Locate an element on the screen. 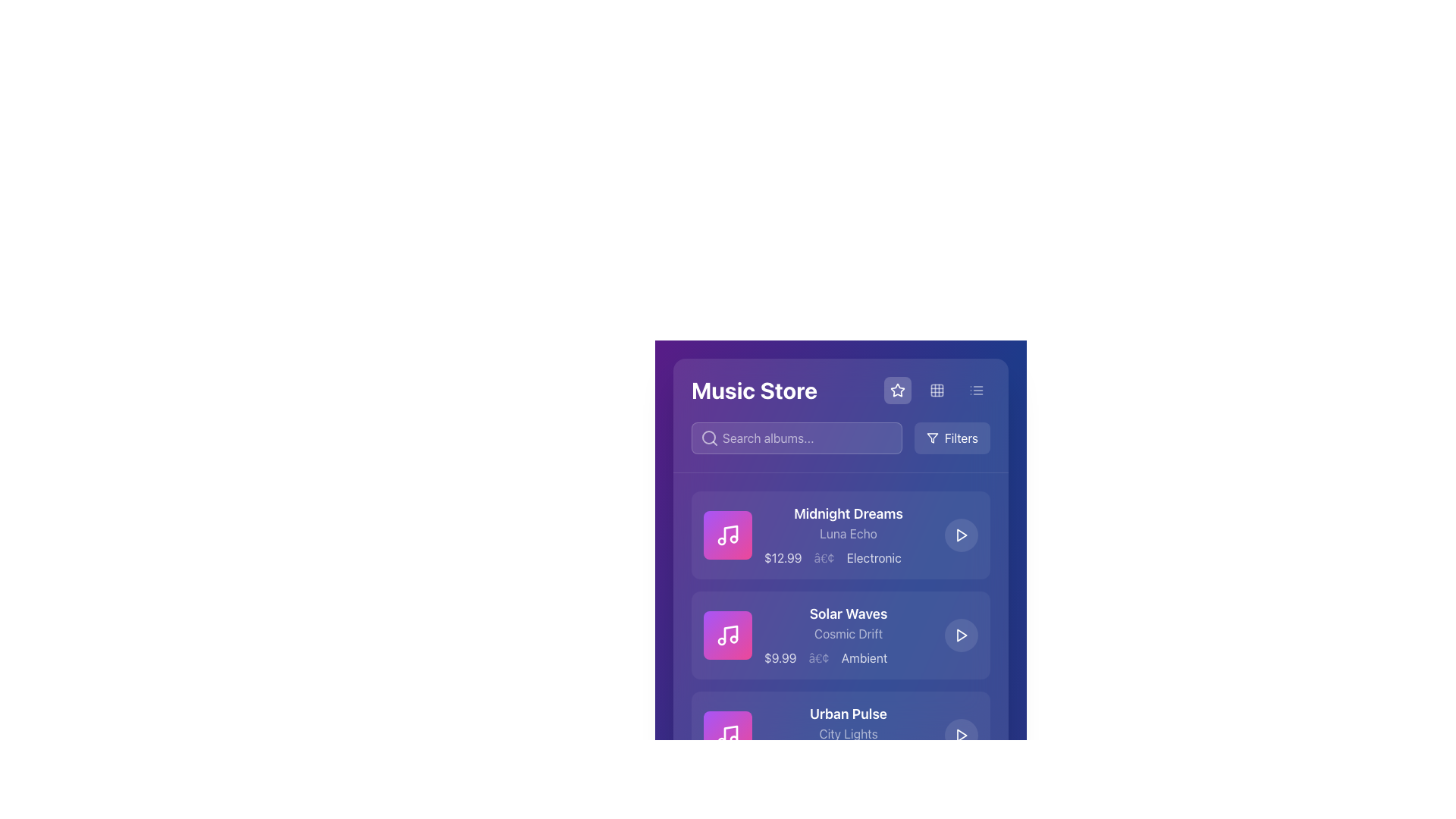 Image resolution: width=1456 pixels, height=819 pixels. the white music icon styled with a linear stroke, which is the third icon from the top in the Music Store interface, aligned with the album name 'Urban Pulse.' is located at coordinates (728, 734).